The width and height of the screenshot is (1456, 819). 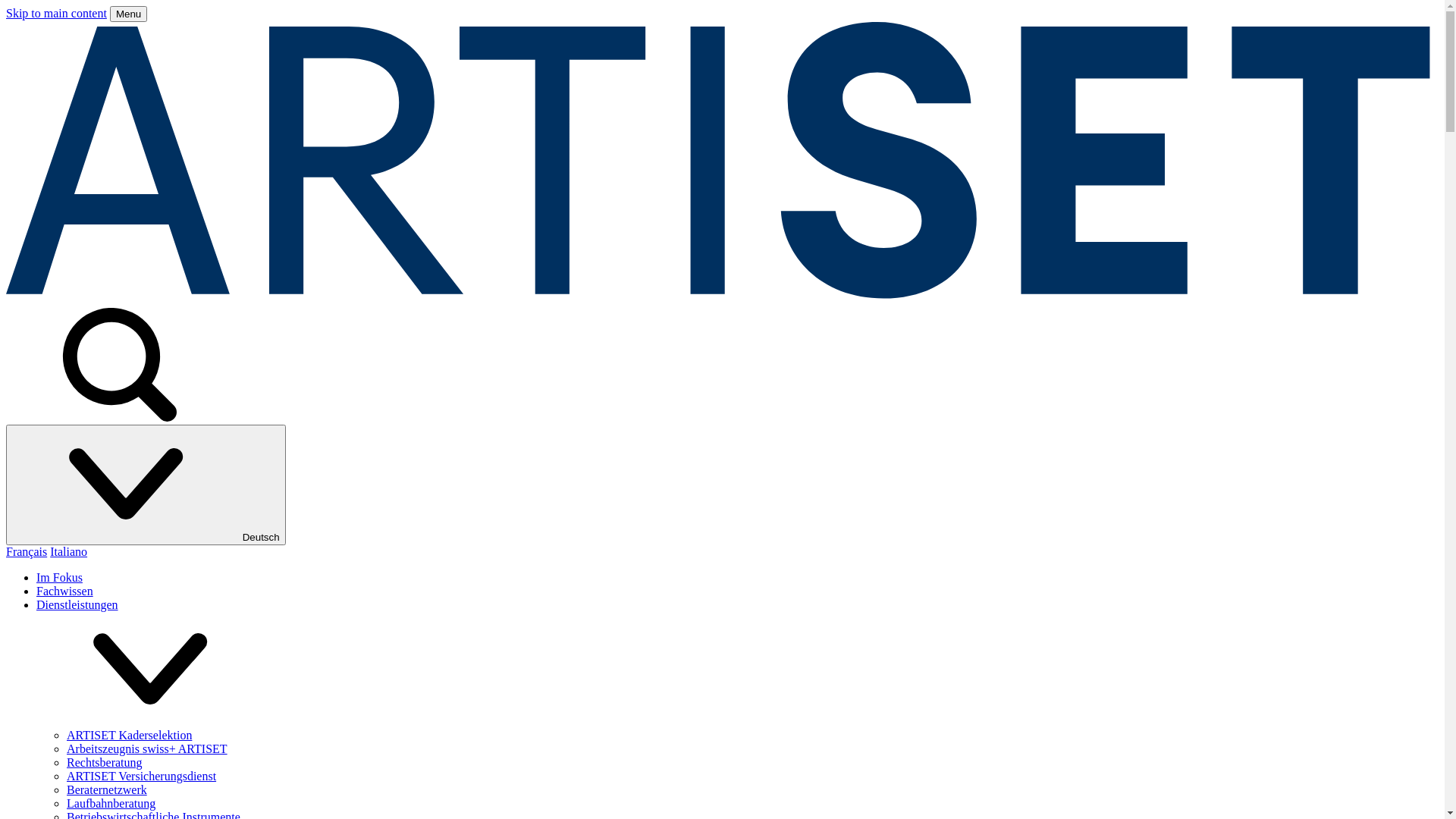 I want to click on 'Skip to main content', so click(x=56, y=13).